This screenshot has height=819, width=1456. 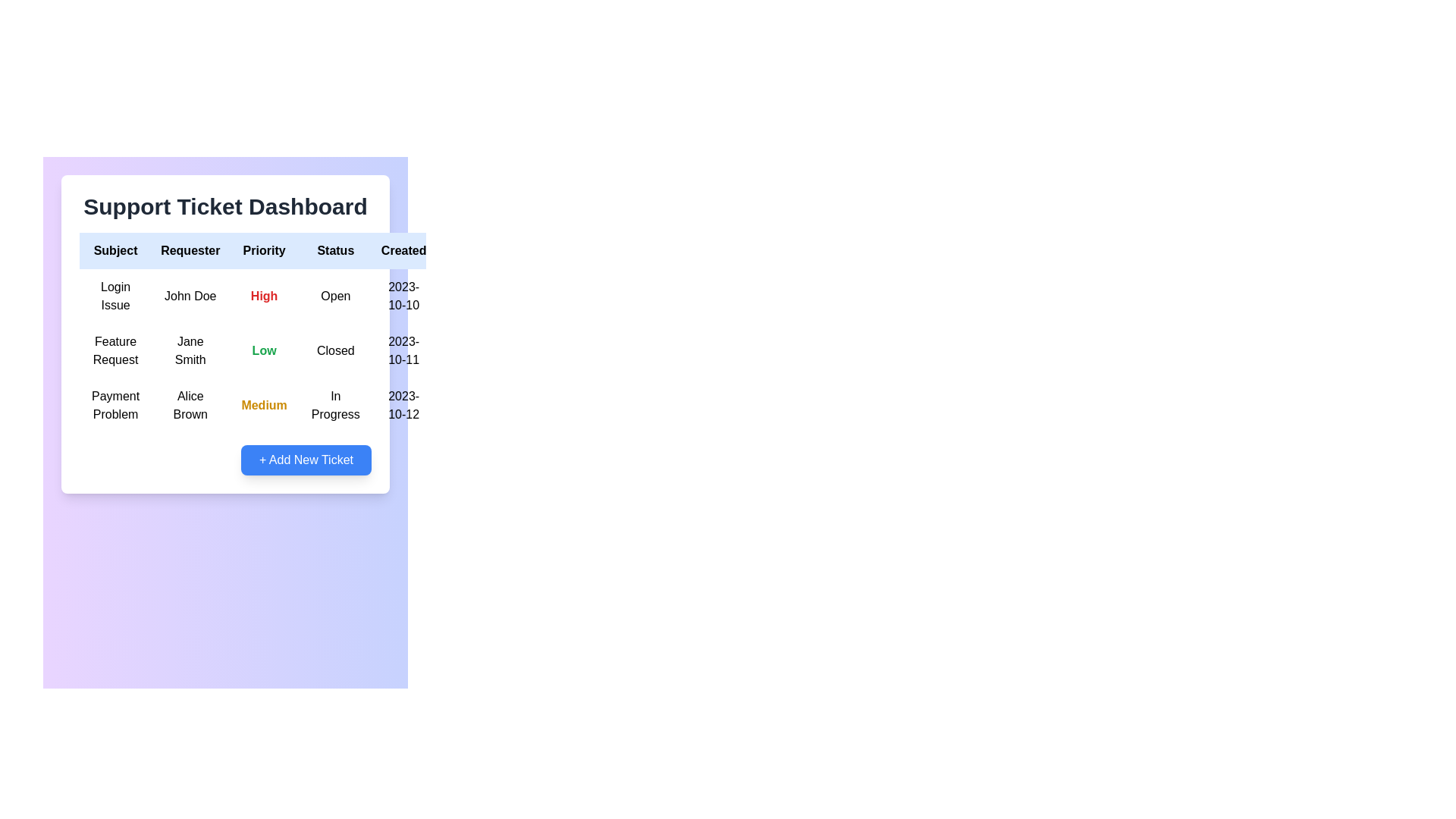 What do you see at coordinates (115, 350) in the screenshot?
I see `text content of the 'Feature Request' label located in the first column of the second row in a table layout within the dashboard interface` at bounding box center [115, 350].